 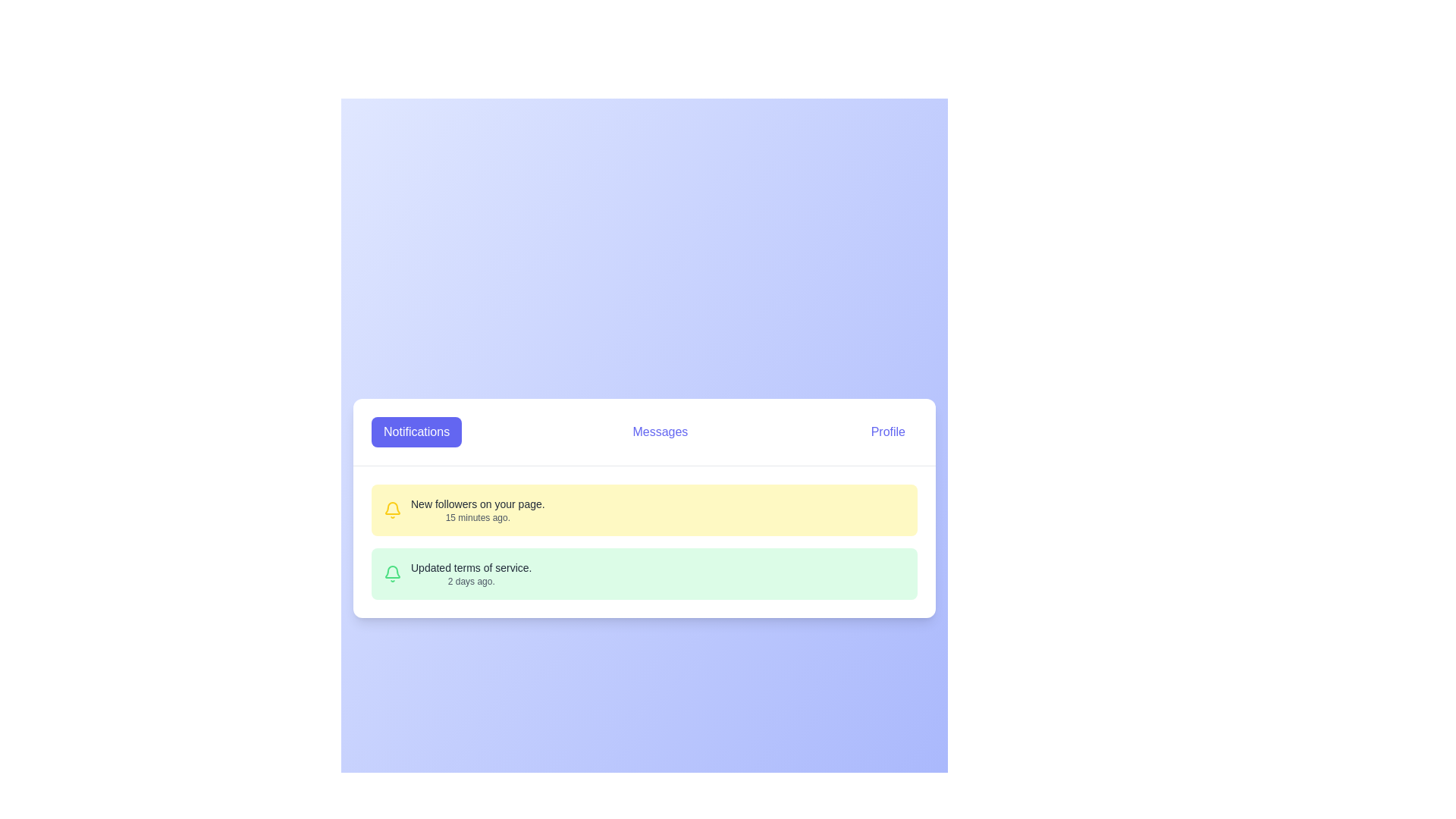 What do you see at coordinates (644, 573) in the screenshot?
I see `the timestamp on the Notification card that informs about updated terms of service, located in the lower half of the notifications section as the second item from the top` at bounding box center [644, 573].